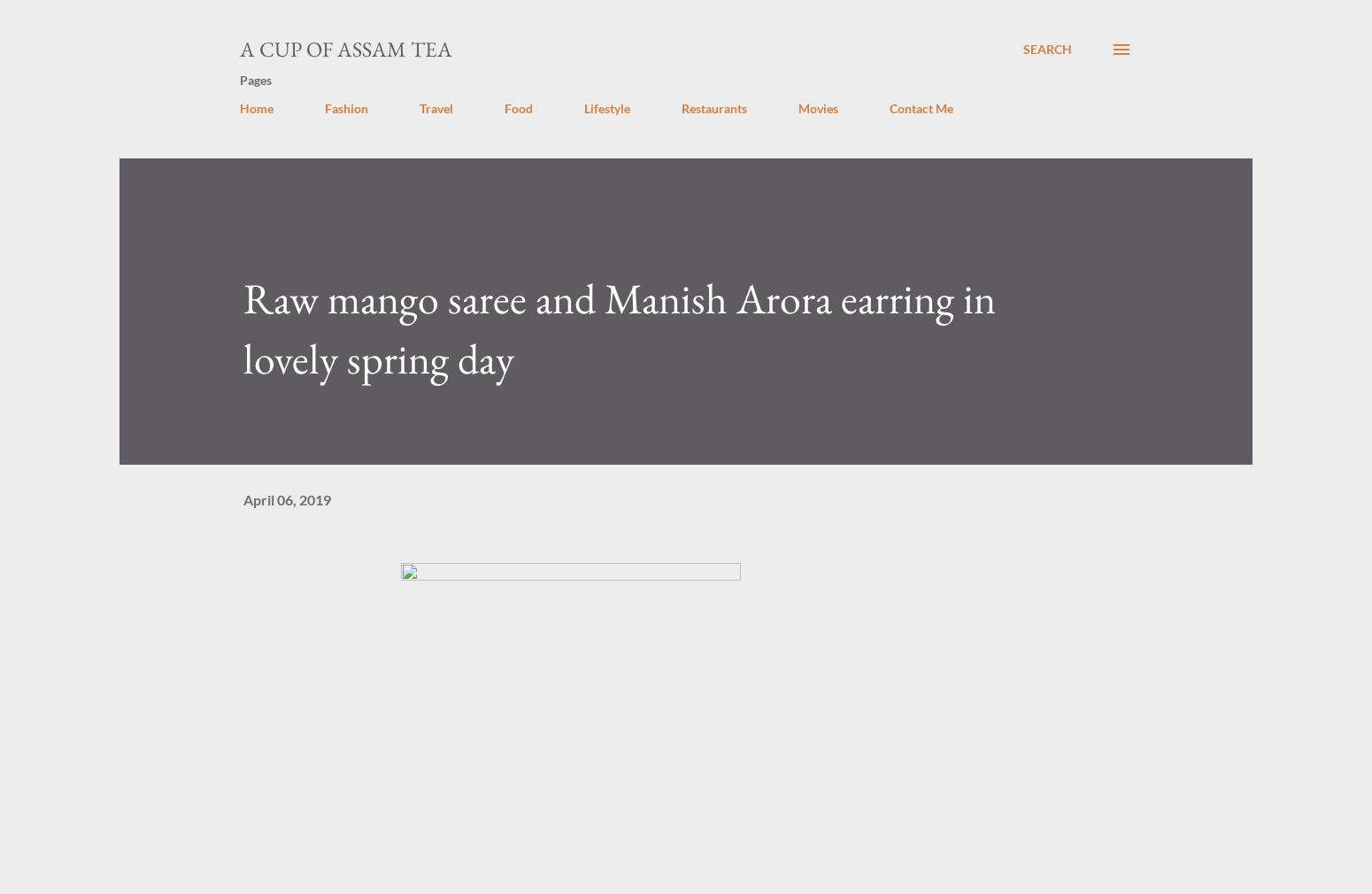 This screenshot has width=1372, height=894. I want to click on 'Pages', so click(256, 79).